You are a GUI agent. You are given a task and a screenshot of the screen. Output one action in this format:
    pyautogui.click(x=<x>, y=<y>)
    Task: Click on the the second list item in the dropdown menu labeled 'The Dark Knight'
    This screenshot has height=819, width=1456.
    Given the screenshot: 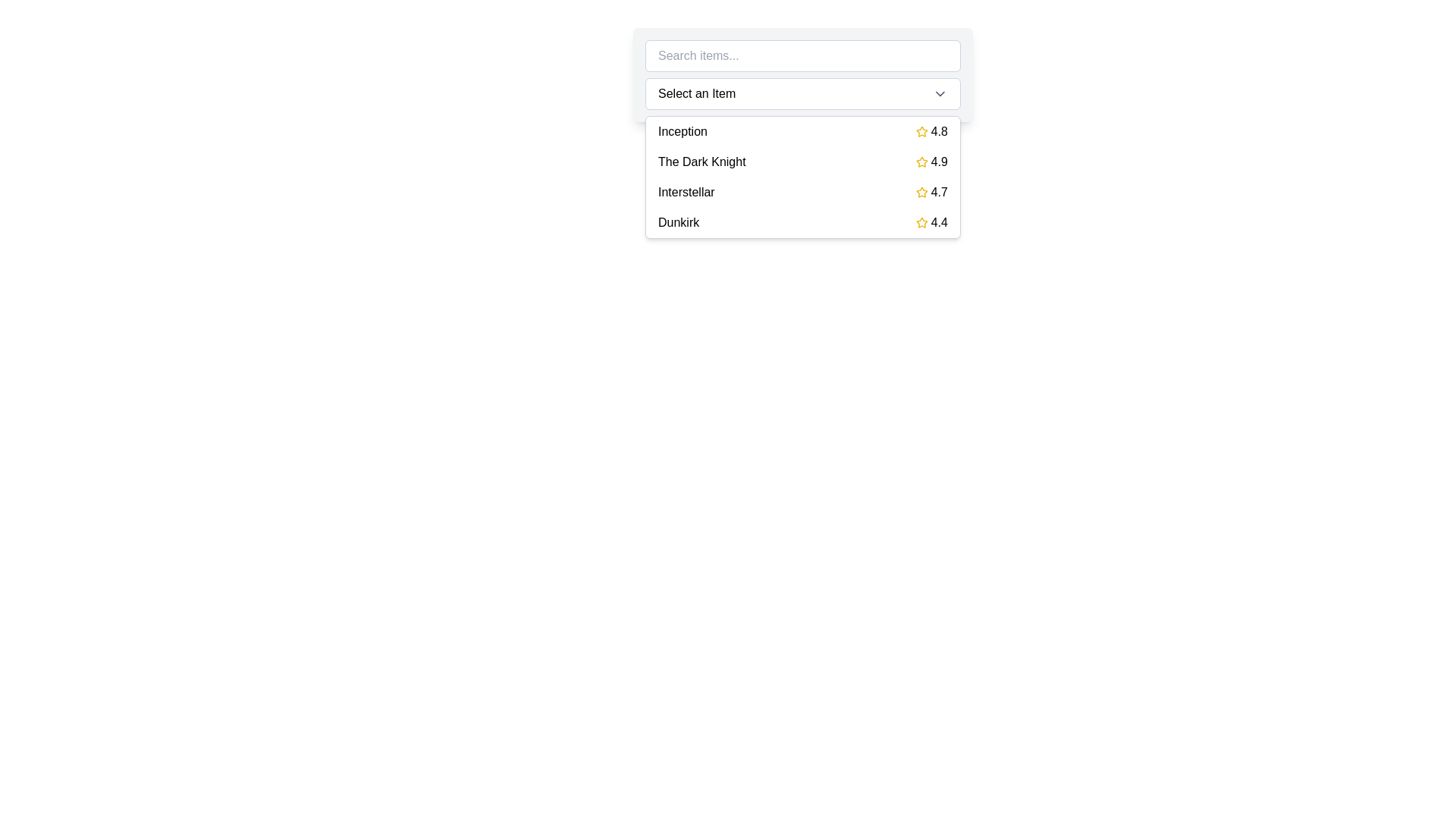 What is the action you would take?
    pyautogui.click(x=802, y=162)
    